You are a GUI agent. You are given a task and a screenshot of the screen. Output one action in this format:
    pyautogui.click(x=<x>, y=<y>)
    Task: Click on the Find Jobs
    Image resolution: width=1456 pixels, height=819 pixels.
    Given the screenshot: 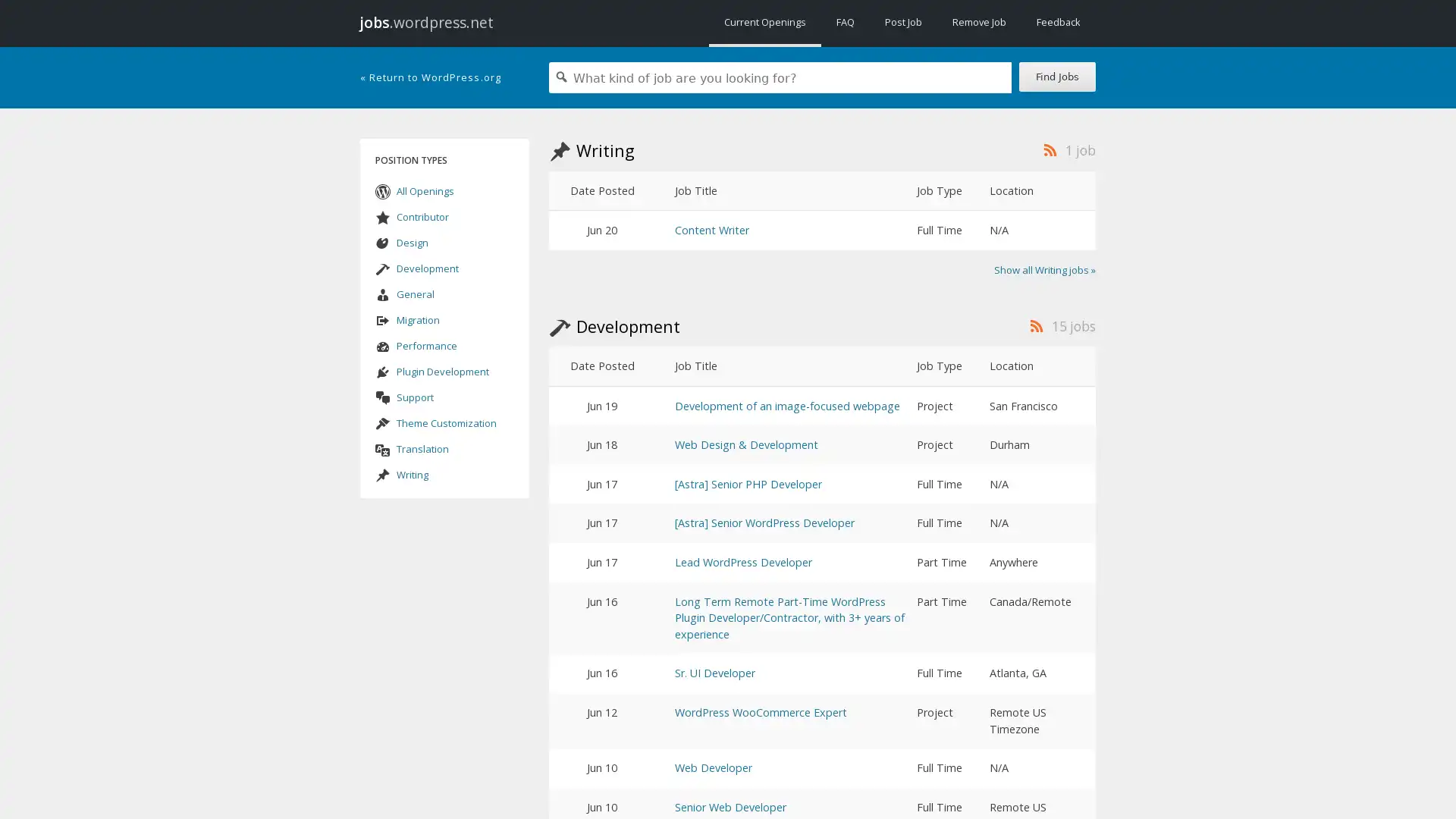 What is the action you would take?
    pyautogui.click(x=1056, y=76)
    